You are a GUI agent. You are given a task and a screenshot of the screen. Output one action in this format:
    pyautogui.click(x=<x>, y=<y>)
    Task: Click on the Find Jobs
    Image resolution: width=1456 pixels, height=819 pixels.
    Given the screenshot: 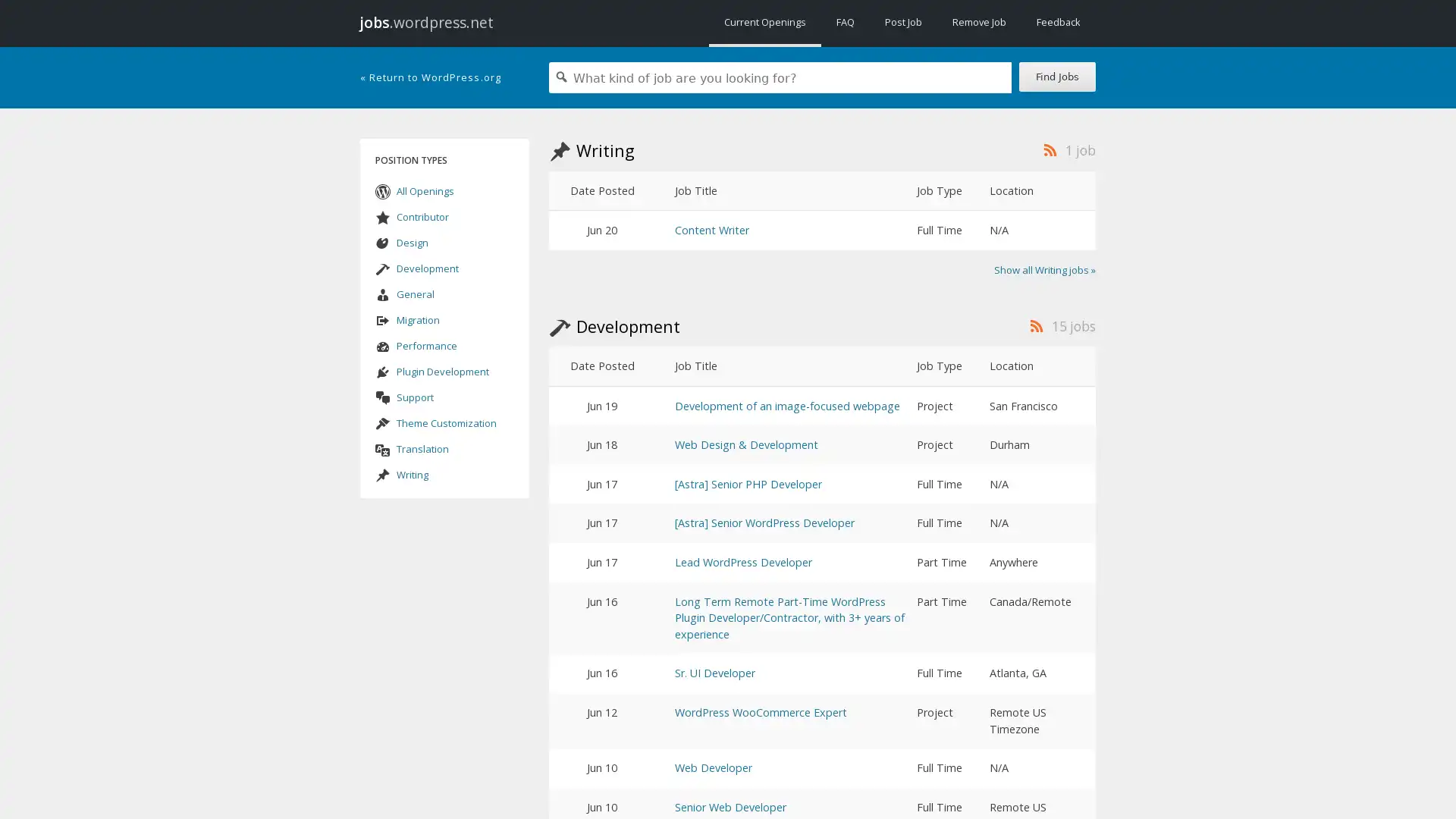 What is the action you would take?
    pyautogui.click(x=1056, y=76)
    